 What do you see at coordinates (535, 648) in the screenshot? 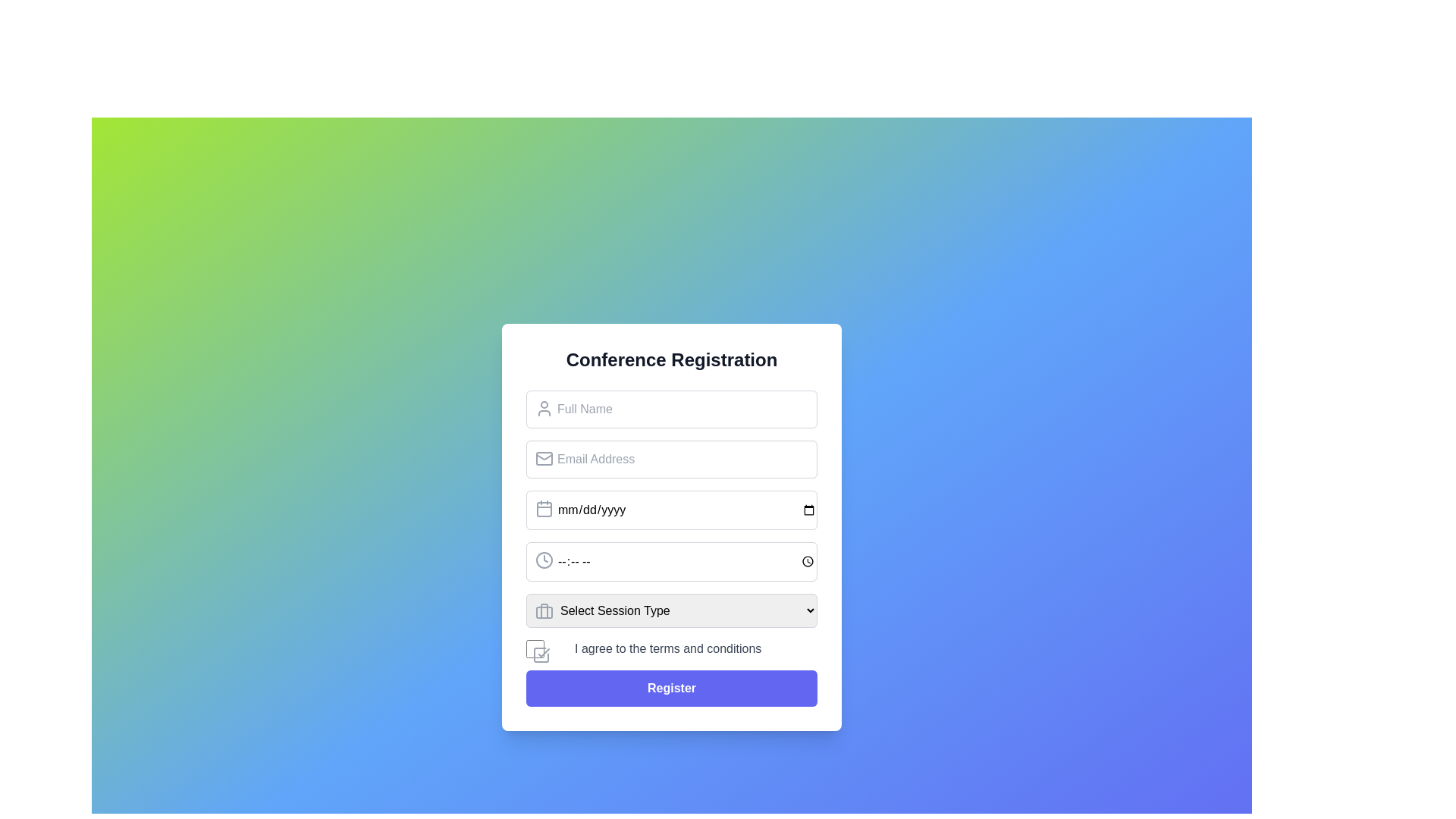
I see `the checkbox indicating agreement to the terms and conditions` at bounding box center [535, 648].